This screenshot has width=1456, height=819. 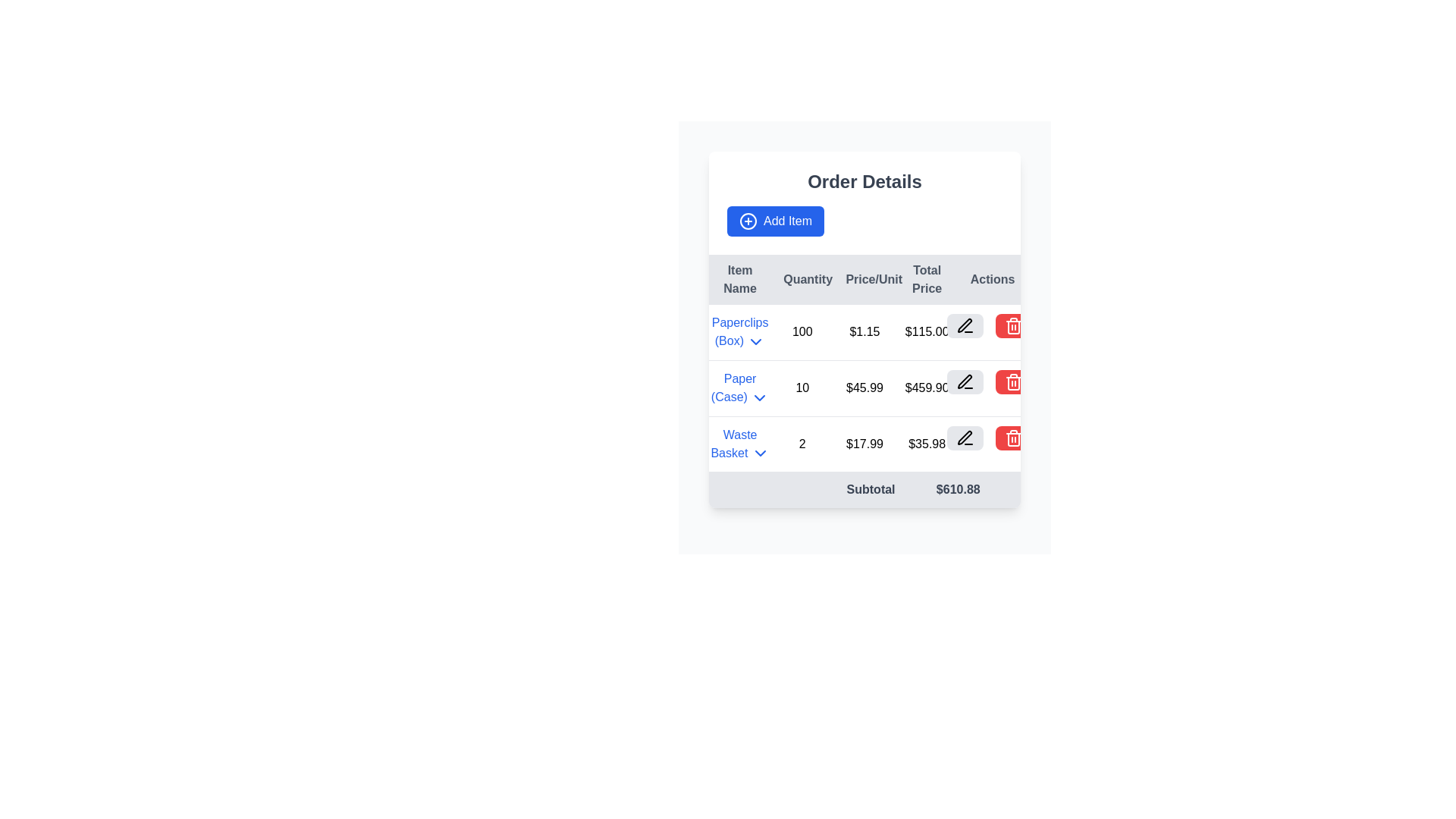 I want to click on the 'Paperclips (Box)' dropdown label with a downward-chevron icon, so click(x=739, y=331).